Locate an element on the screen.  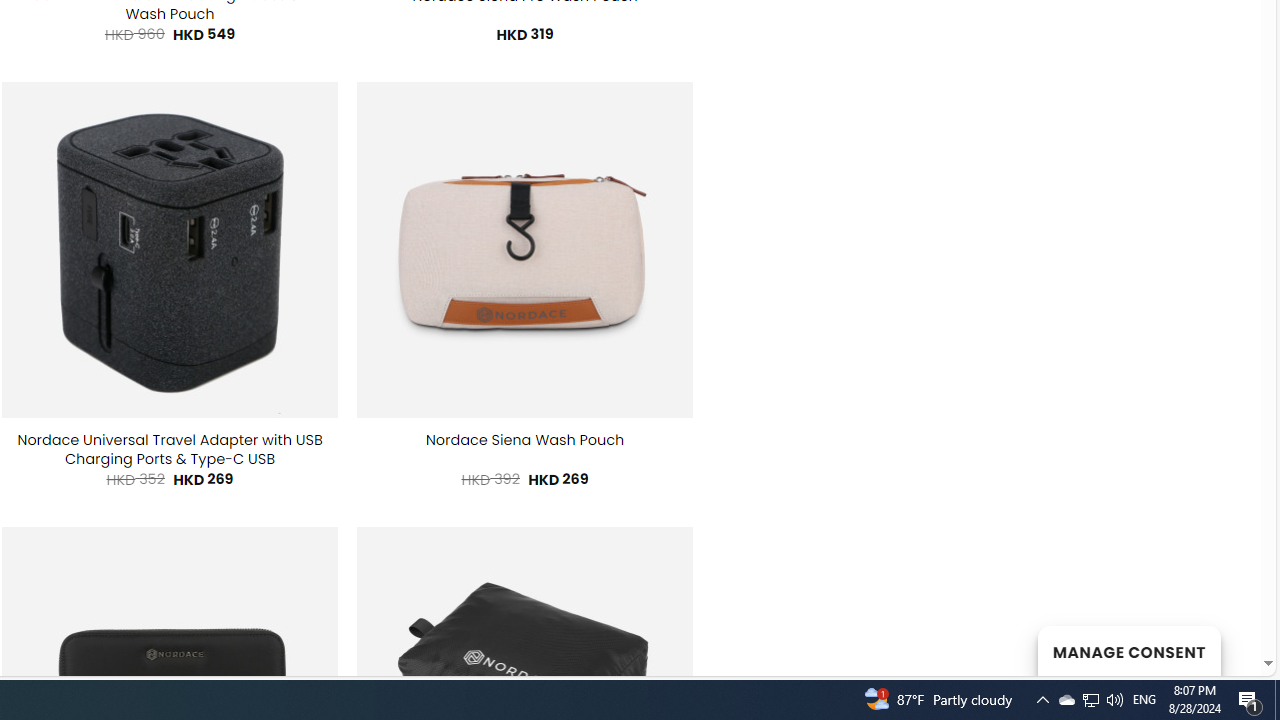
'MANAGE CONSENT' is located at coordinates (1128, 650).